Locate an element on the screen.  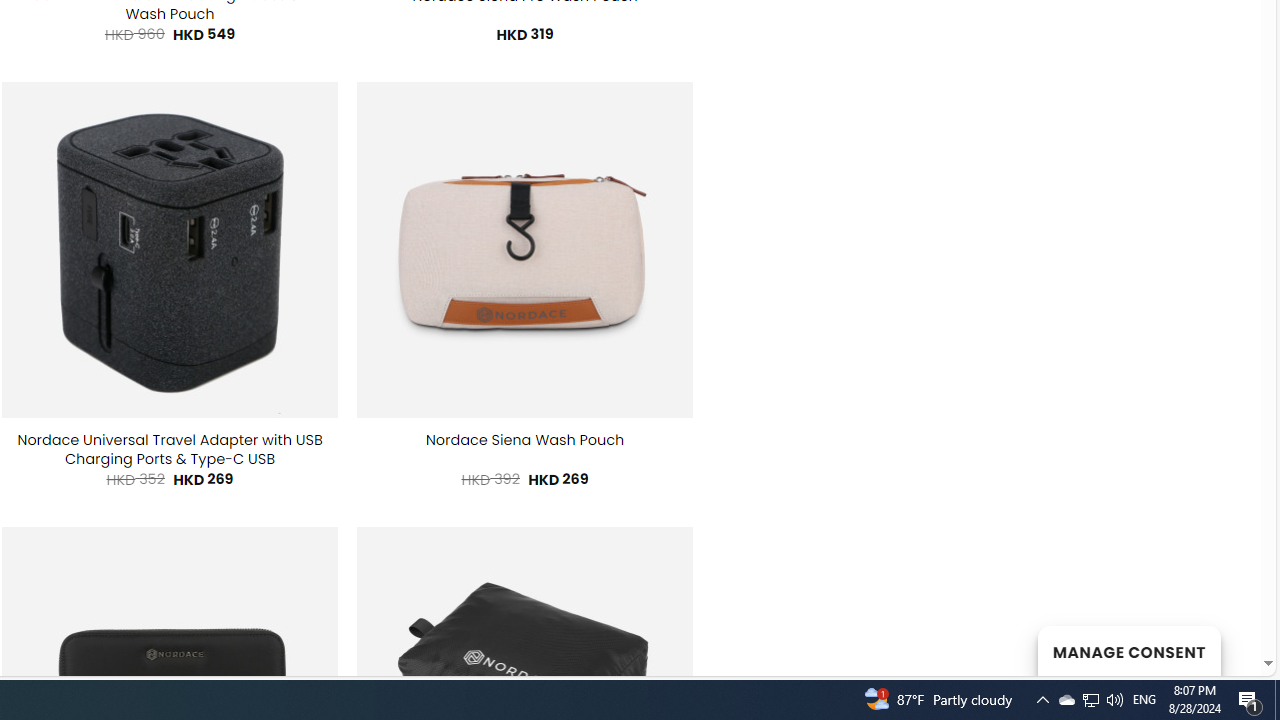
'MANAGE CONSENT' is located at coordinates (1128, 650).